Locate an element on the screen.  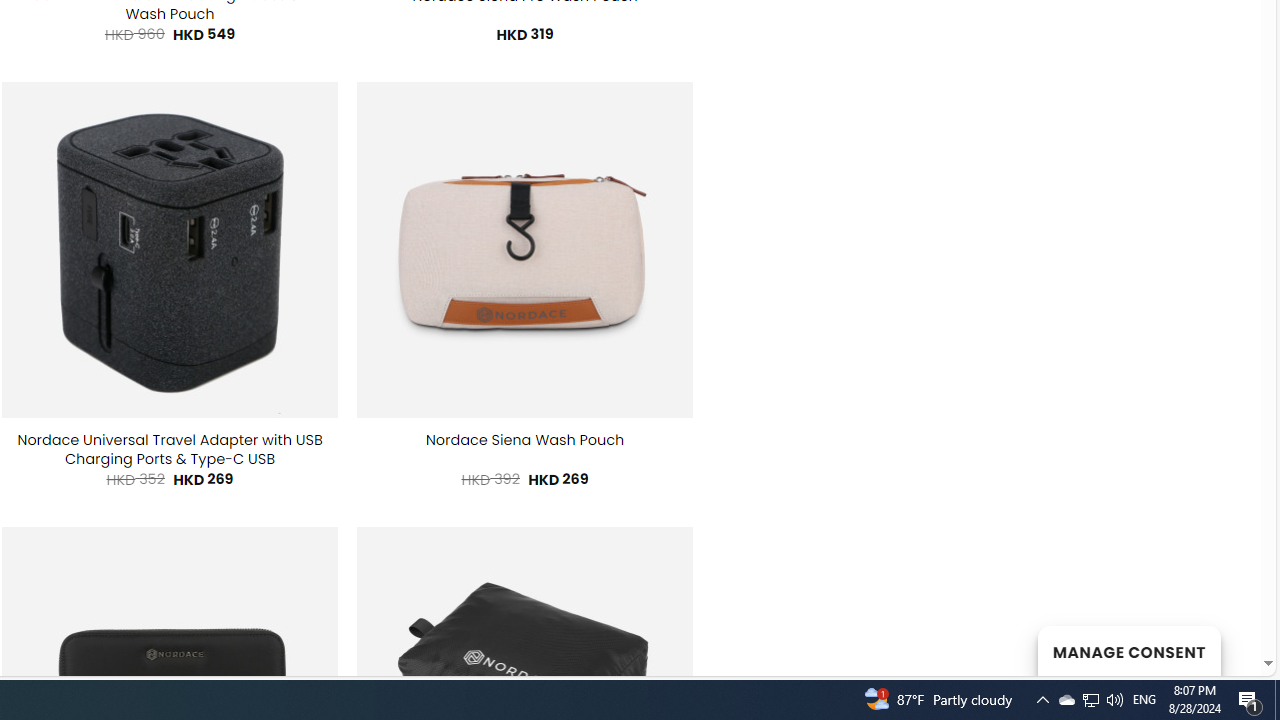
'MANAGE CONSENT' is located at coordinates (1128, 650).